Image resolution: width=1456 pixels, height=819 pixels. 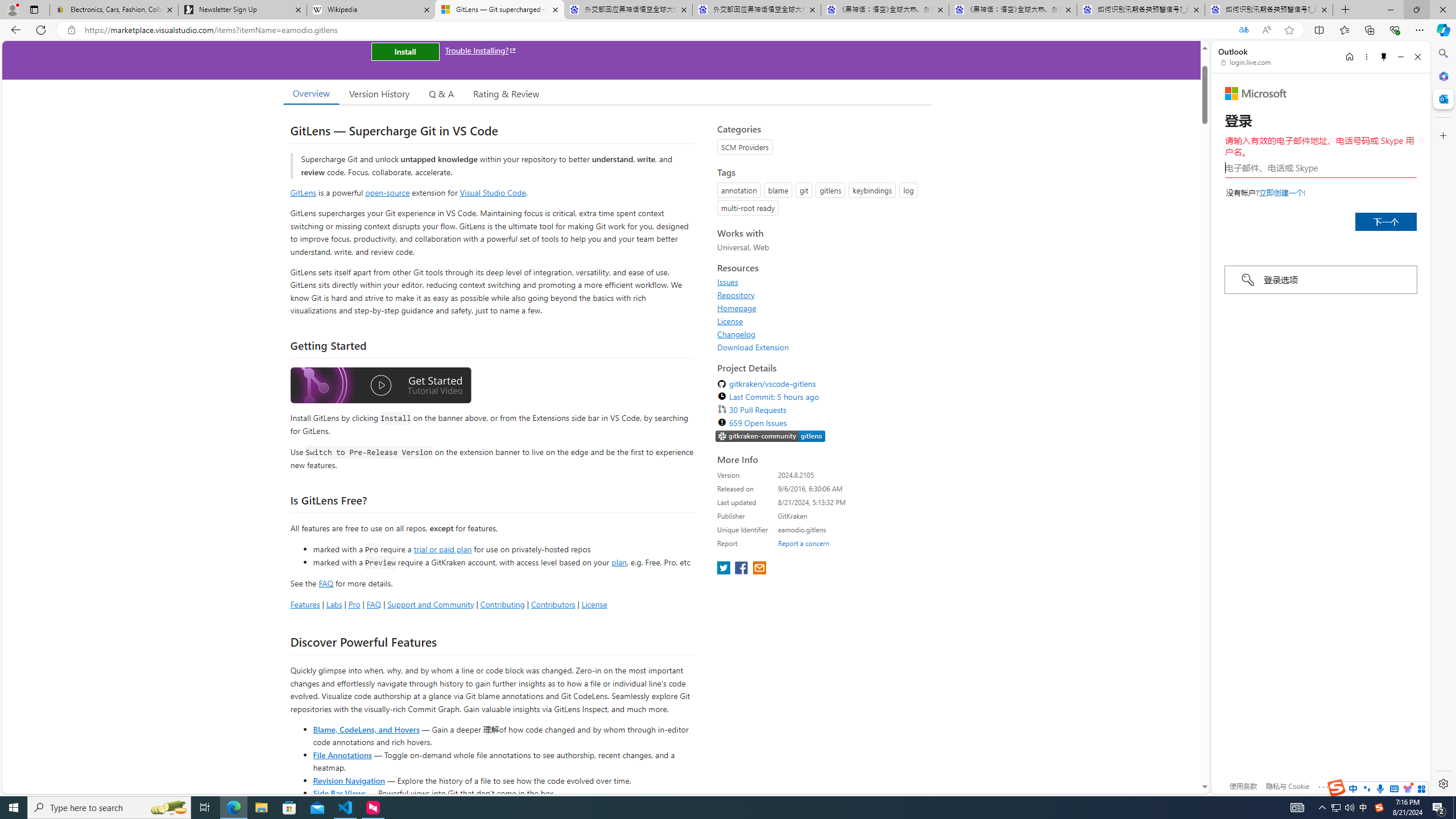 What do you see at coordinates (804, 543) in the screenshot?
I see `'Report a concern'` at bounding box center [804, 543].